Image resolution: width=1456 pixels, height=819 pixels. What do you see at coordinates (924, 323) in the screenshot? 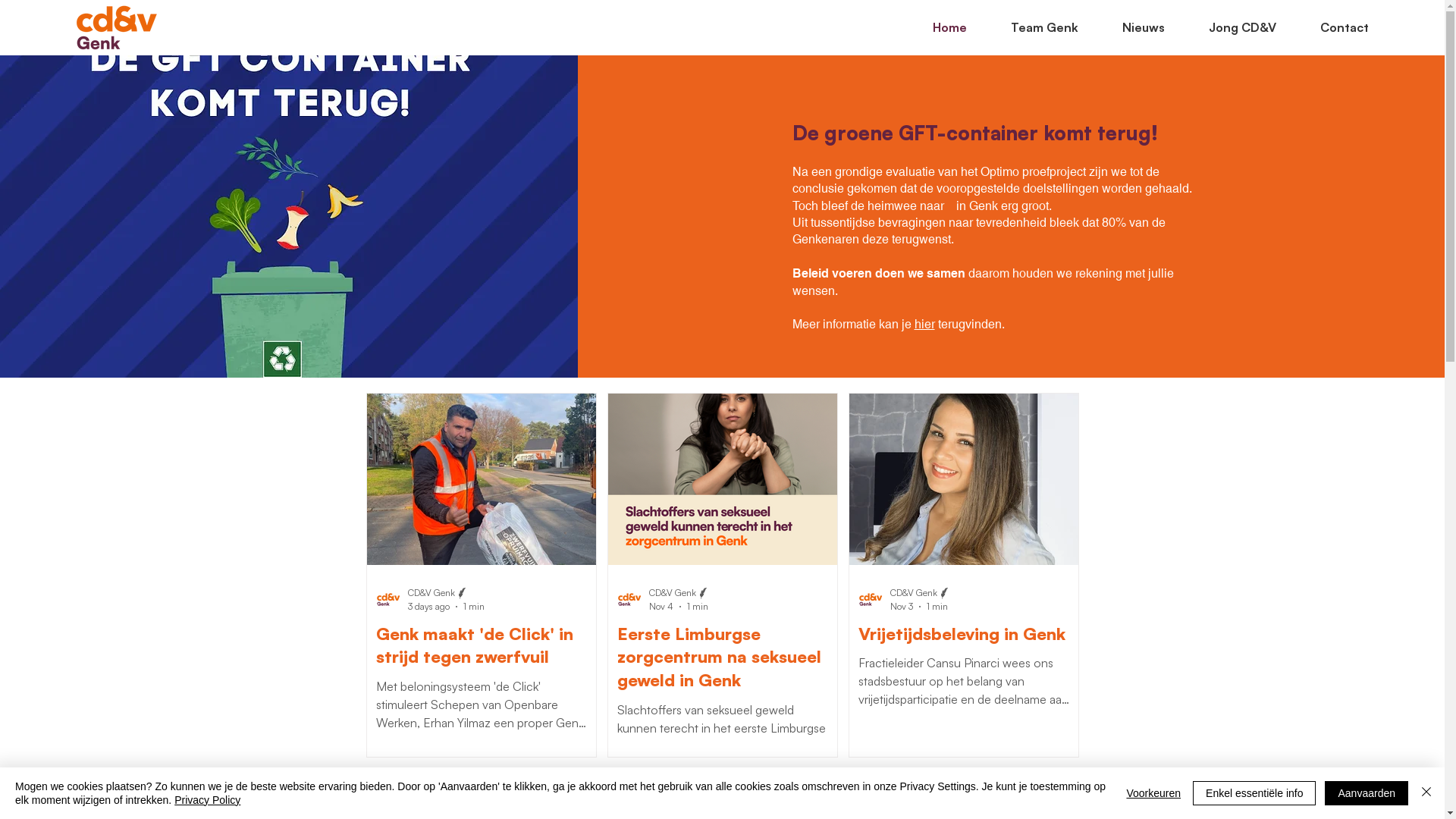
I see `'hier'` at bounding box center [924, 323].